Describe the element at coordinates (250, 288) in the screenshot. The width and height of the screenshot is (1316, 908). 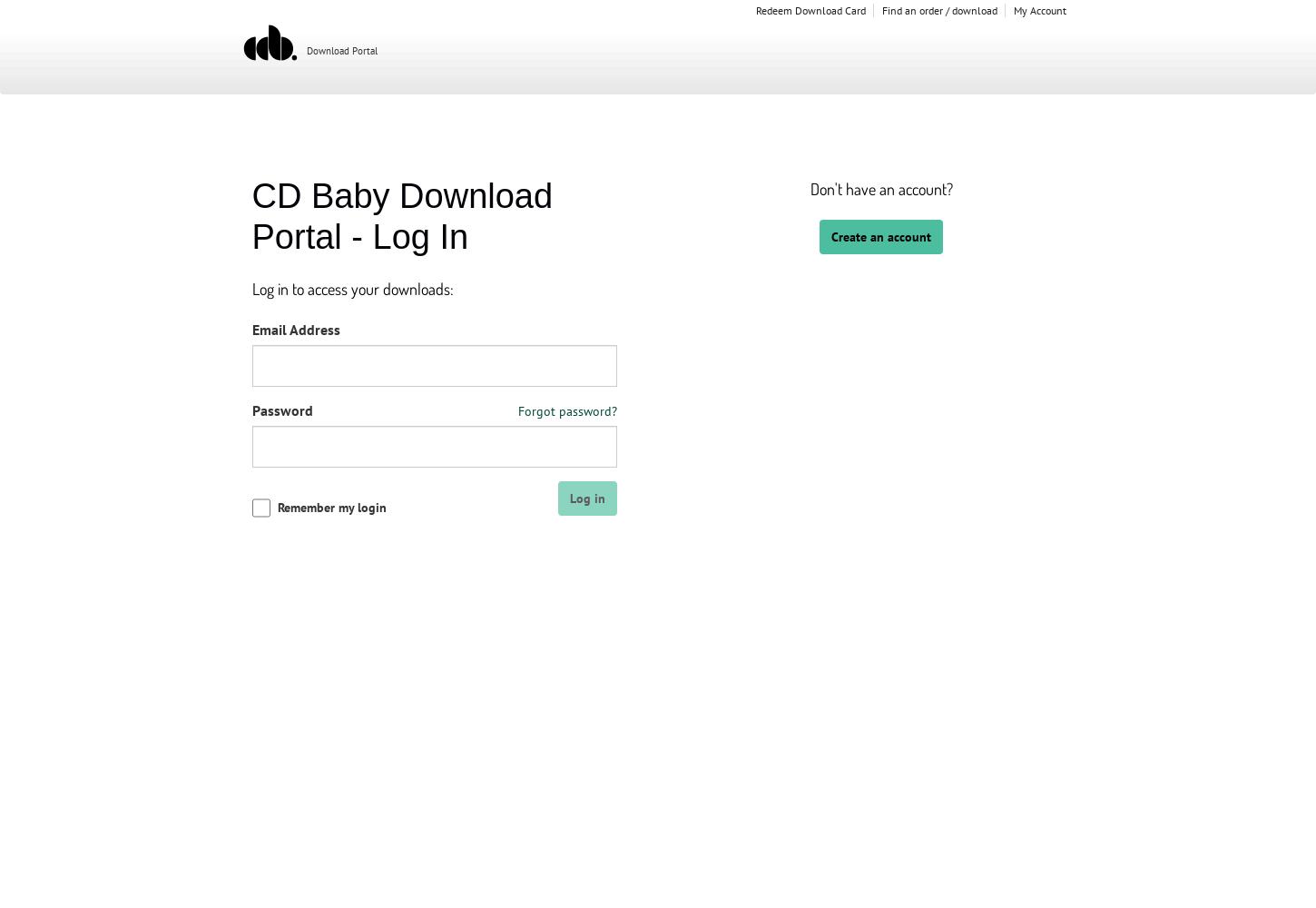
I see `'Log in to access your downloads:'` at that location.